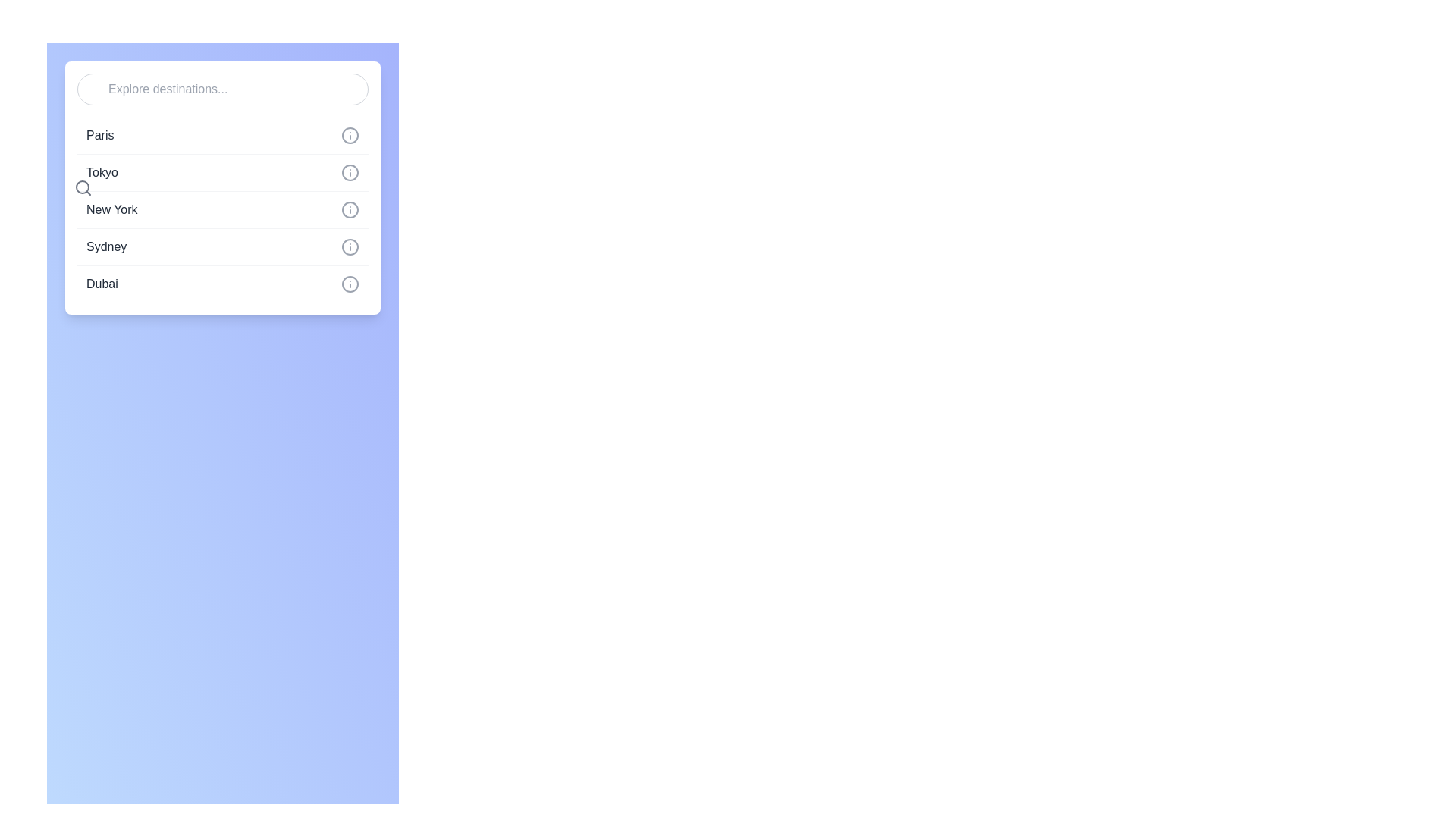 The image size is (1456, 819). Describe the element at coordinates (105, 246) in the screenshot. I see `the text label displaying 'Sydney' in dark gray, located in the fourth entry of the menu list items` at that location.